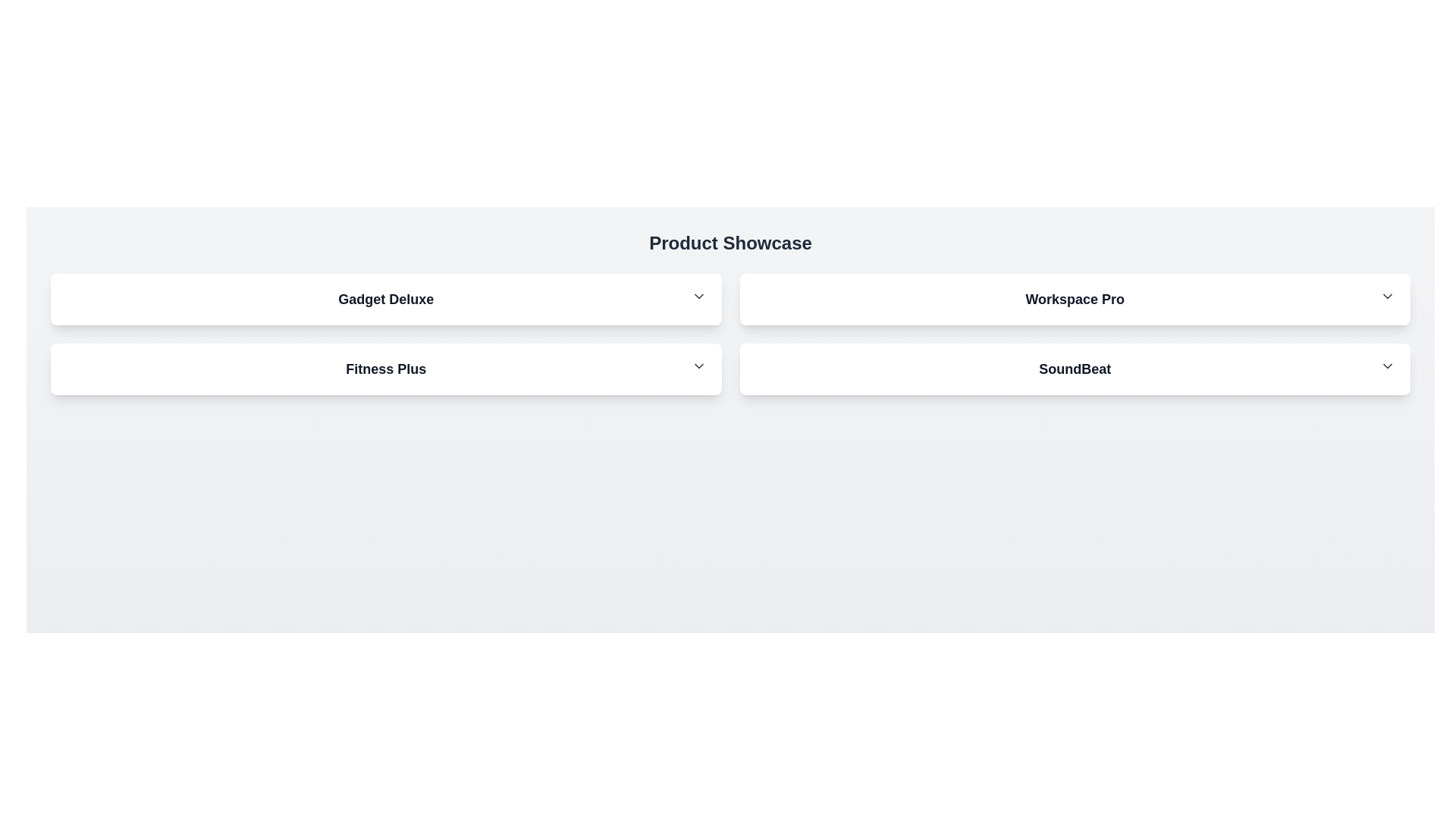 The width and height of the screenshot is (1456, 819). Describe the element at coordinates (1387, 296) in the screenshot. I see `the circular button with a chevron-down icon in the top-right corner of the 'Workspace Pro' card to change its background color` at that location.